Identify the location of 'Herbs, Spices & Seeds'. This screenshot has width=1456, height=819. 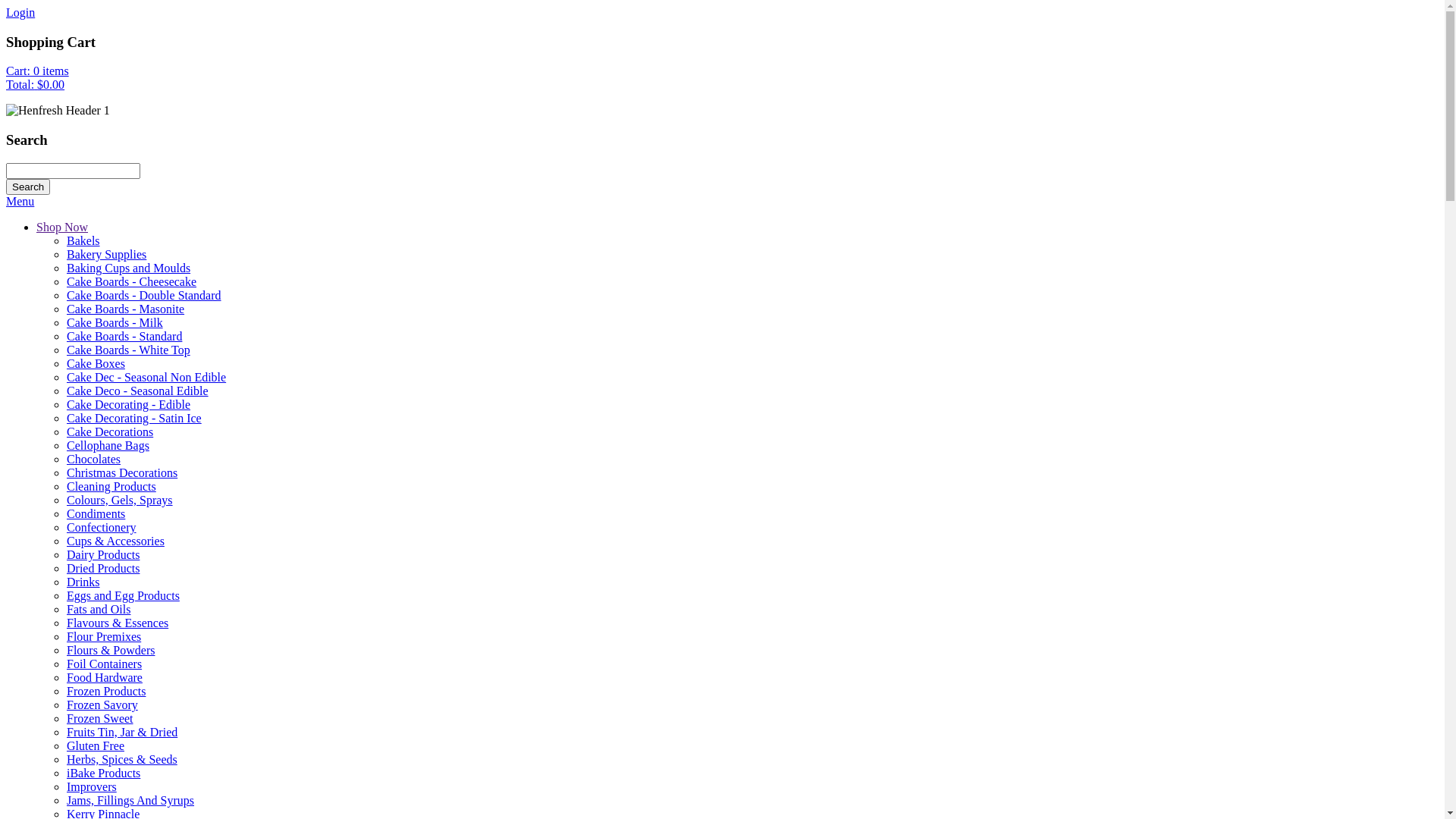
(65, 759).